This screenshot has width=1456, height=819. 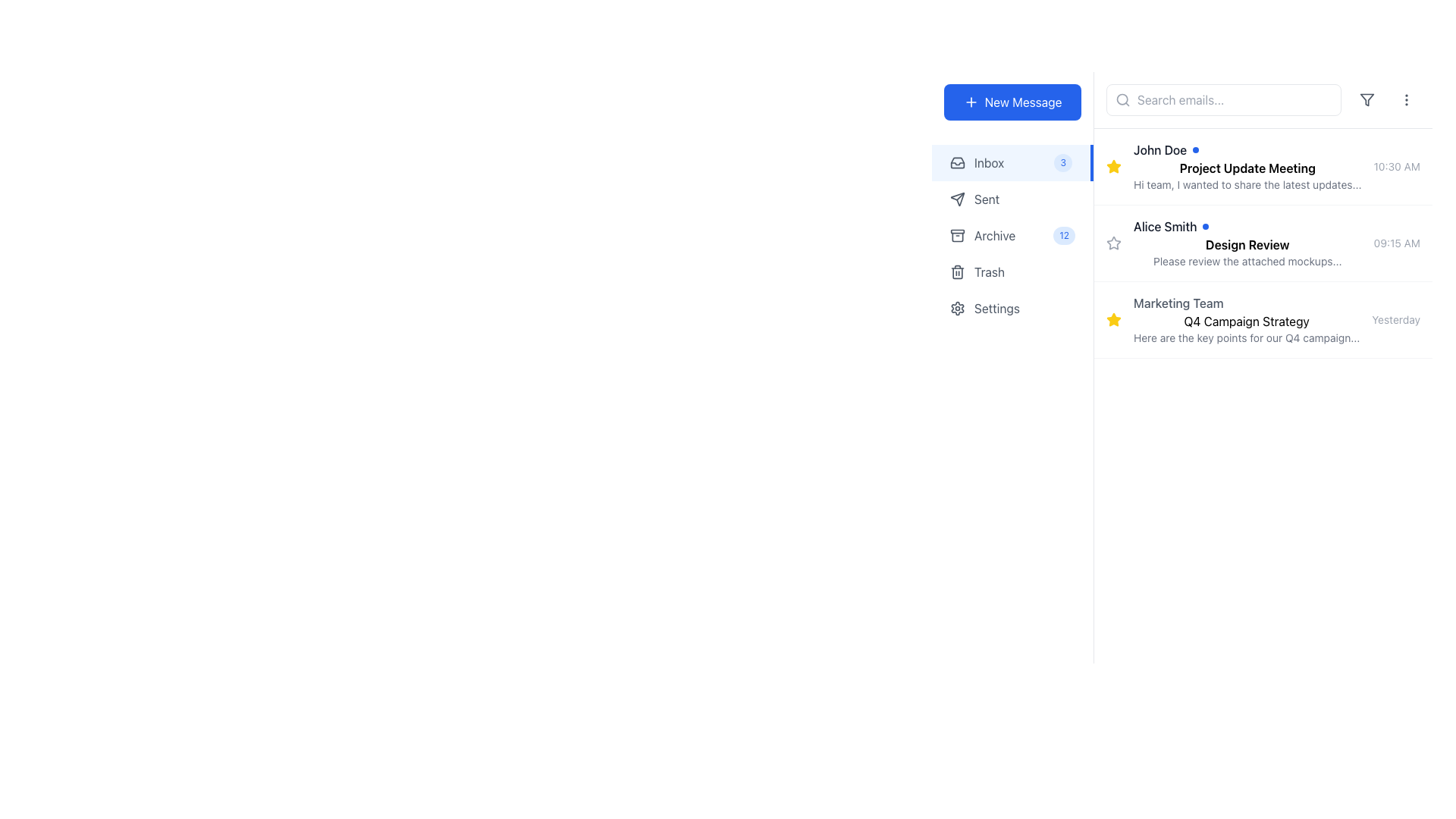 What do you see at coordinates (1247, 184) in the screenshot?
I see `the text component displaying the message summary 'Hi team, I wanted to share the latest updates...'` at bounding box center [1247, 184].